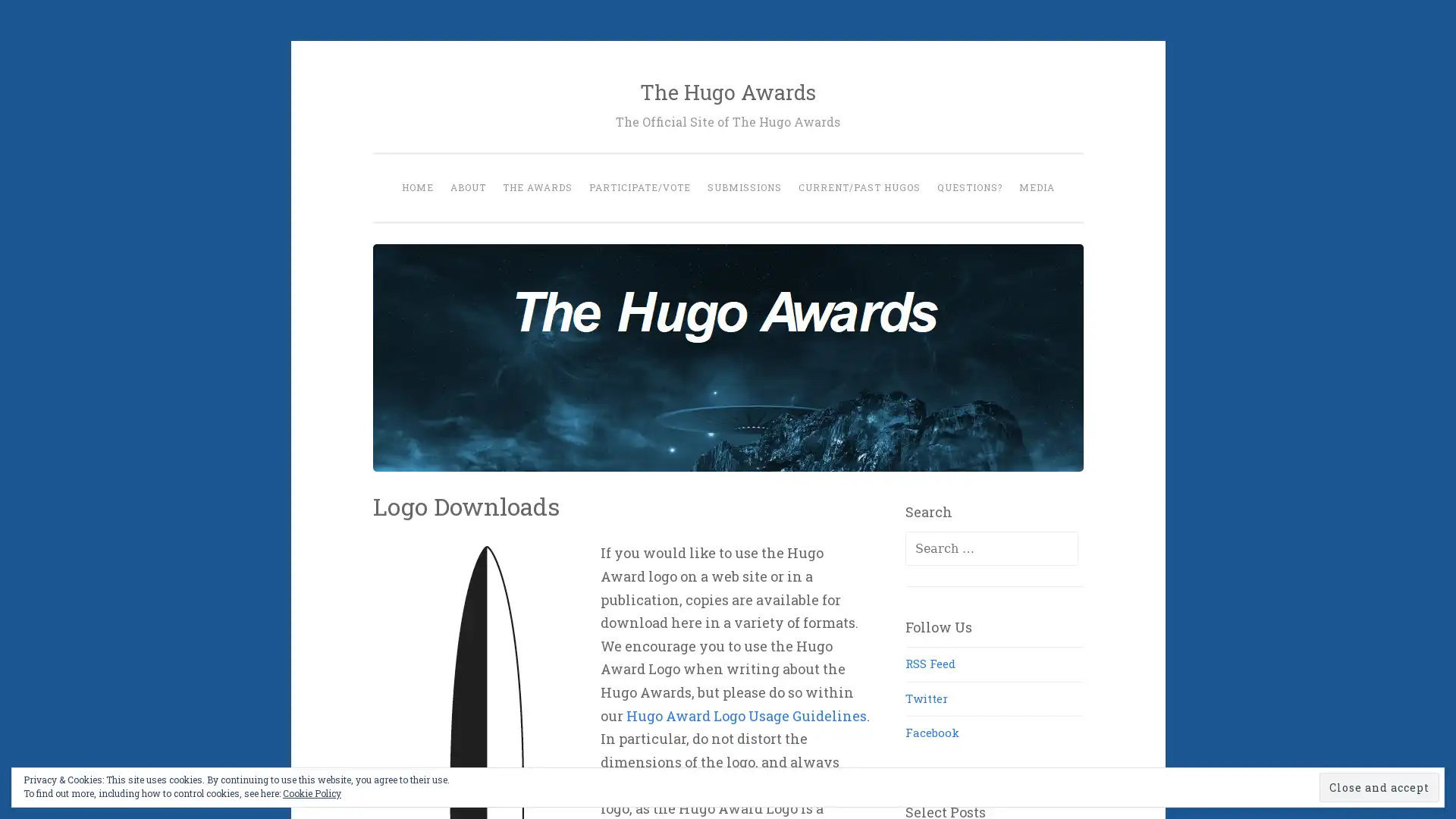  What do you see at coordinates (1379, 786) in the screenshot?
I see `Close and accept` at bounding box center [1379, 786].